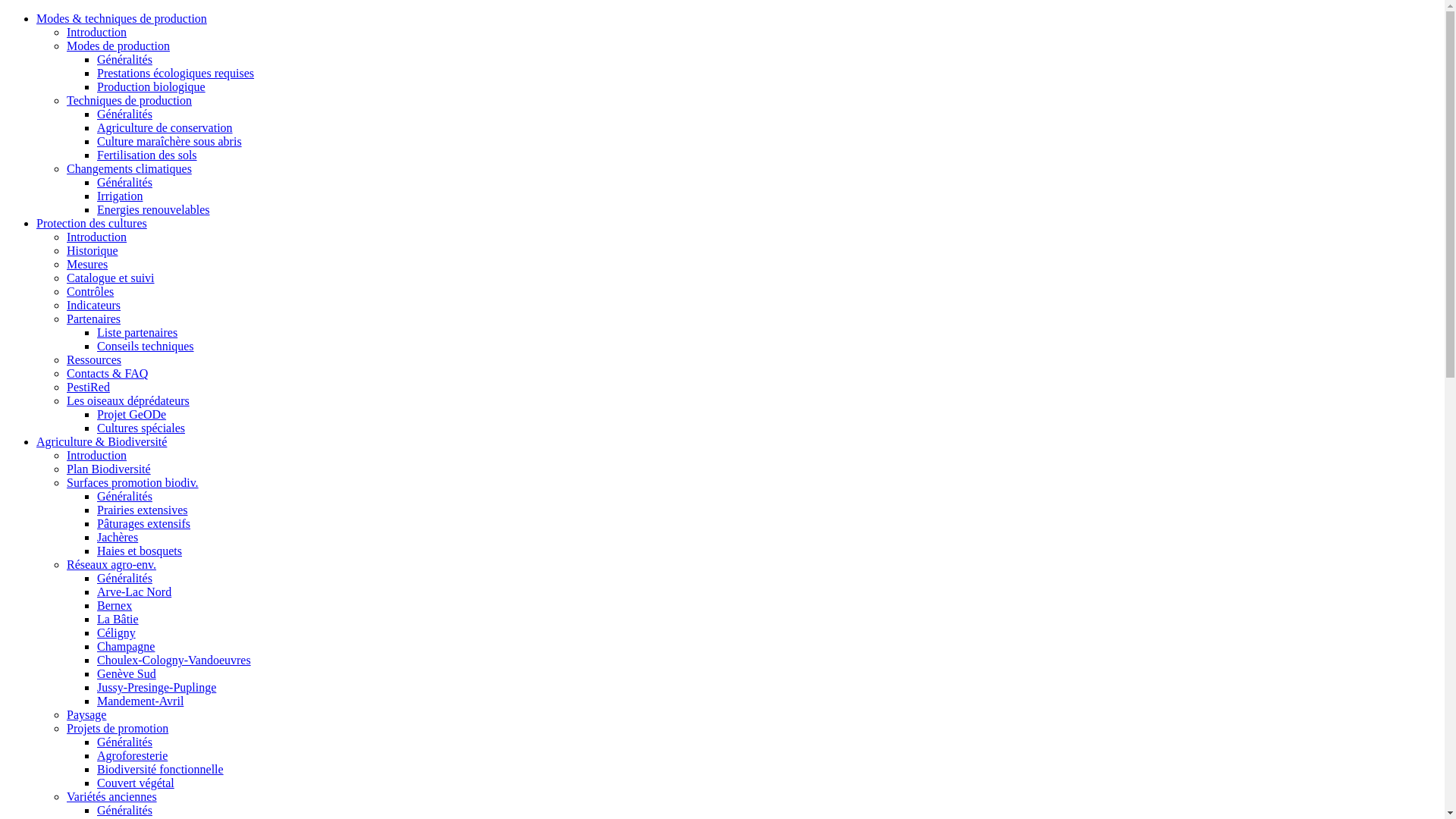  I want to click on 'Ressources', so click(93, 359).